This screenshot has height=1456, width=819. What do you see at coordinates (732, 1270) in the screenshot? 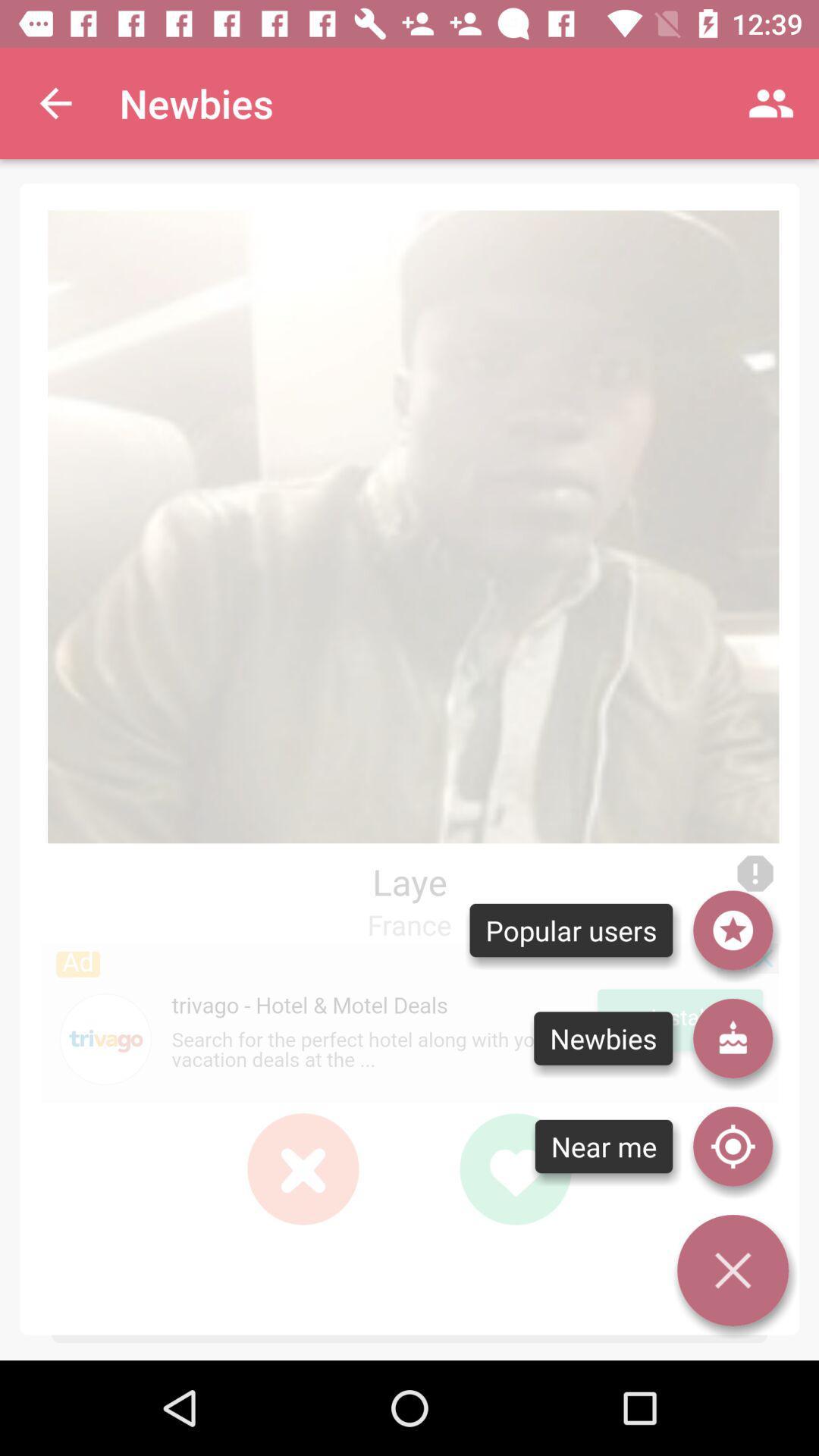
I see `the close icon` at bounding box center [732, 1270].